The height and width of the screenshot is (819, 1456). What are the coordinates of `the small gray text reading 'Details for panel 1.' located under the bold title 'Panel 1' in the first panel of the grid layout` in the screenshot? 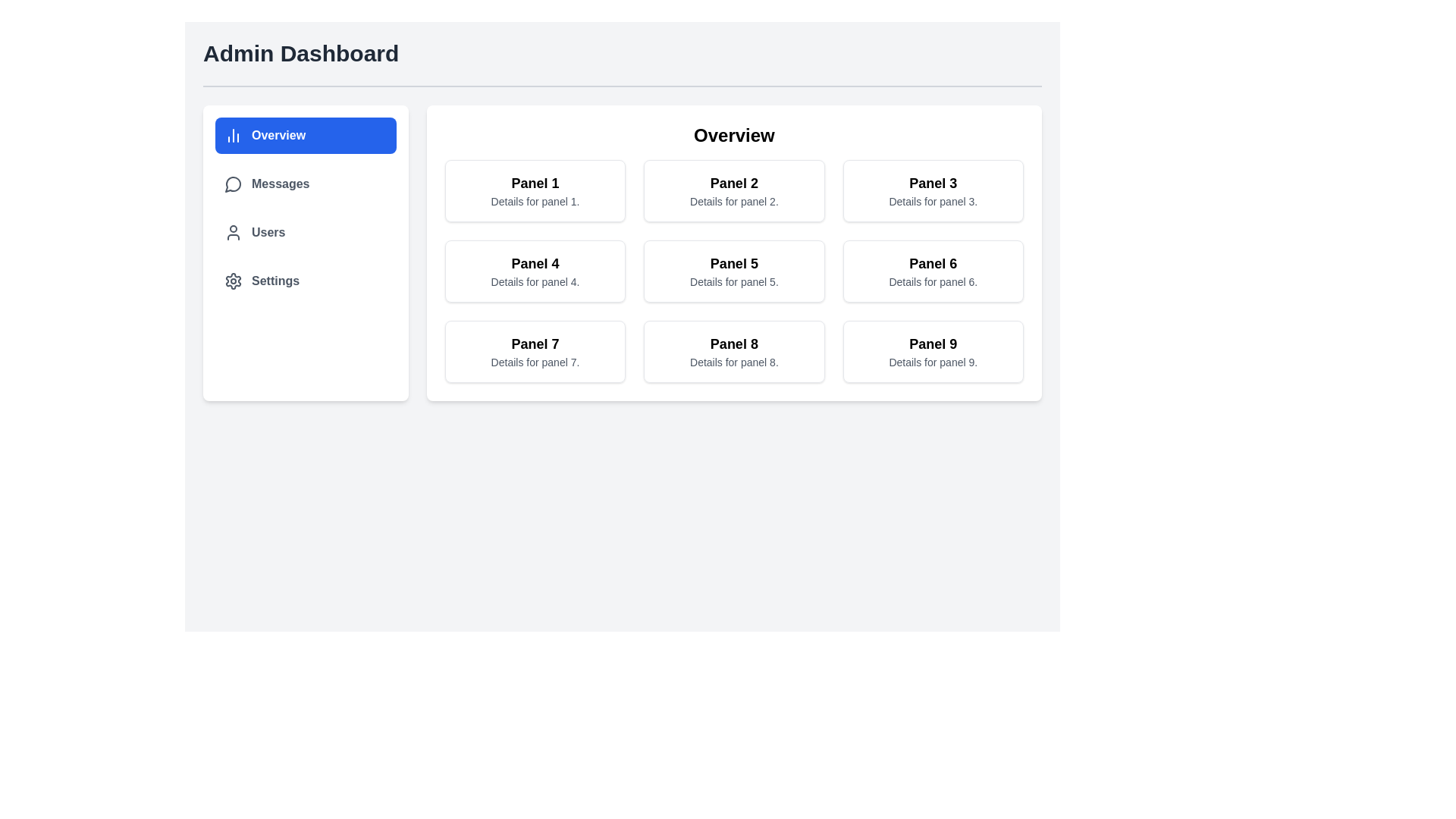 It's located at (535, 201).